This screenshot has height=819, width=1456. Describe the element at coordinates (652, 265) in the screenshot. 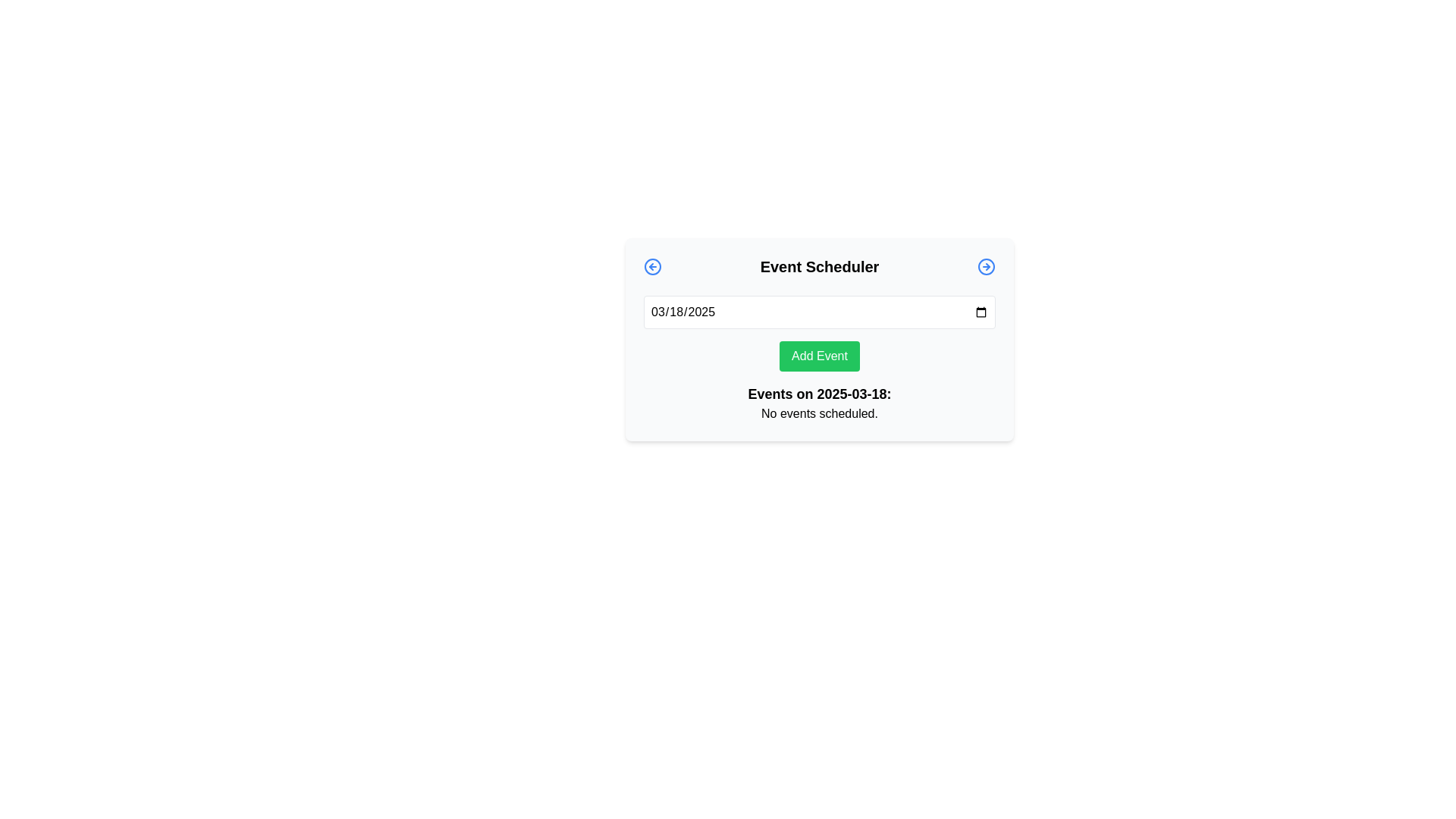

I see `the circular SVG element that is part of a left-arrow icon located in the top-left corner of the content card` at that location.